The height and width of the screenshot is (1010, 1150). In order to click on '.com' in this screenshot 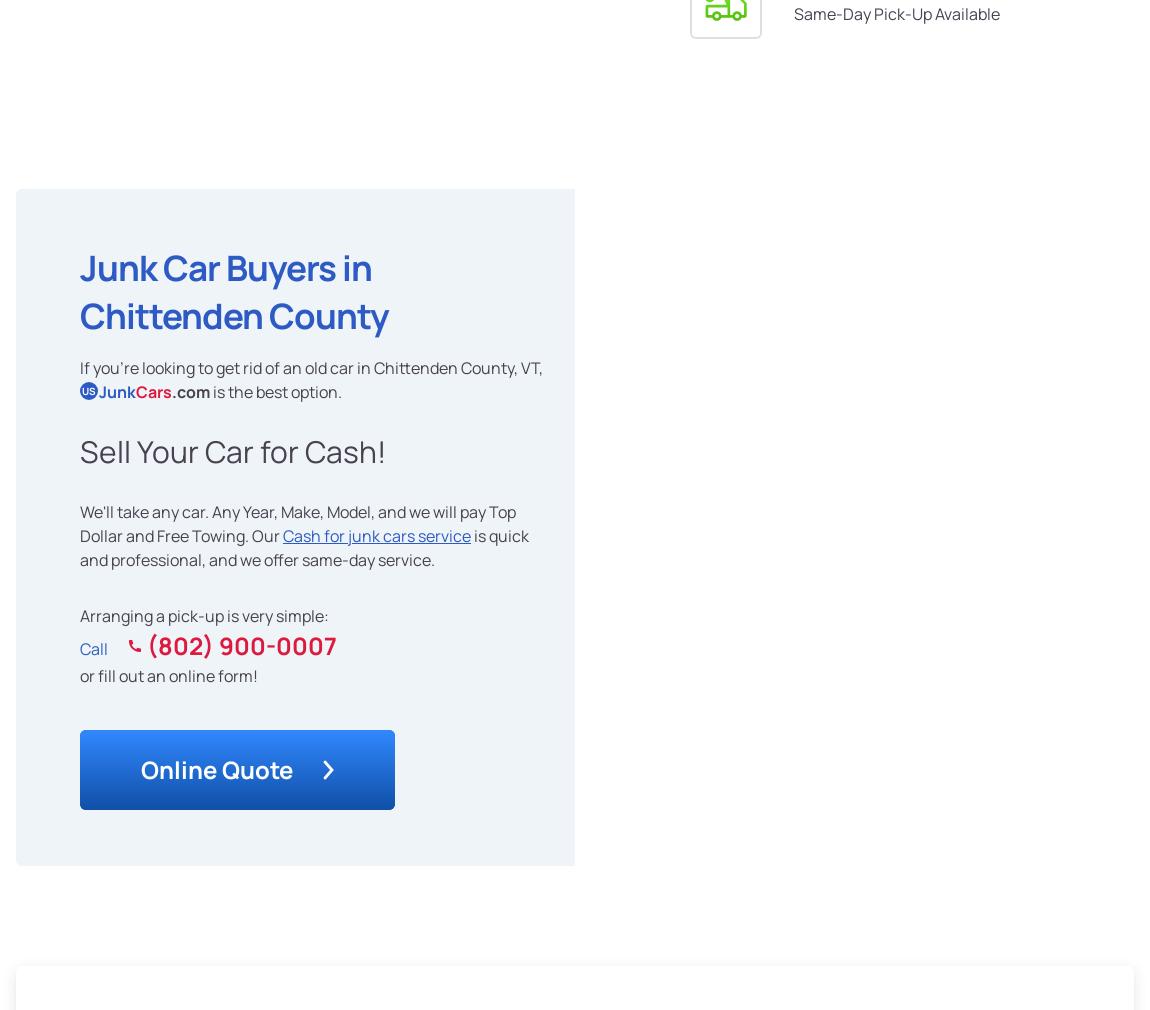, I will do `click(190, 390)`.